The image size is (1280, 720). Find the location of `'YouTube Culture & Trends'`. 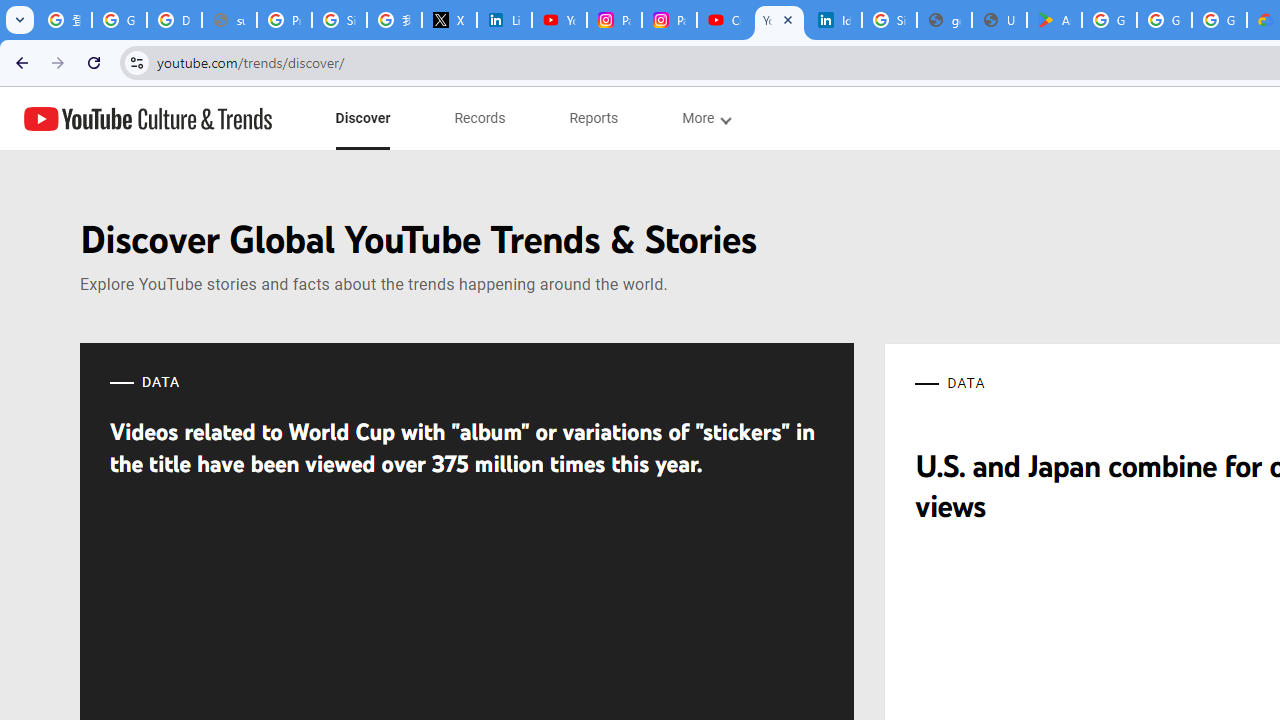

'YouTube Culture & Trends' is located at coordinates (146, 118).